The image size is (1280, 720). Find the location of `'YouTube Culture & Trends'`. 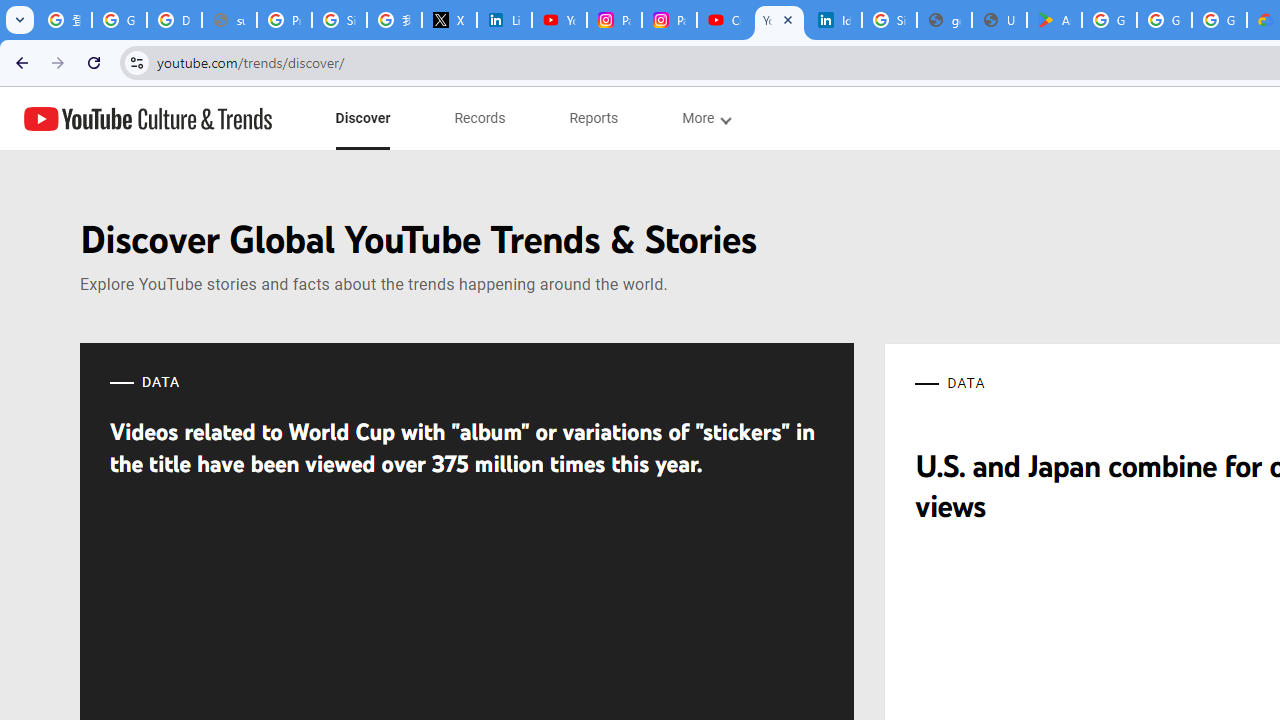

'YouTube Culture & Trends' is located at coordinates (146, 118).